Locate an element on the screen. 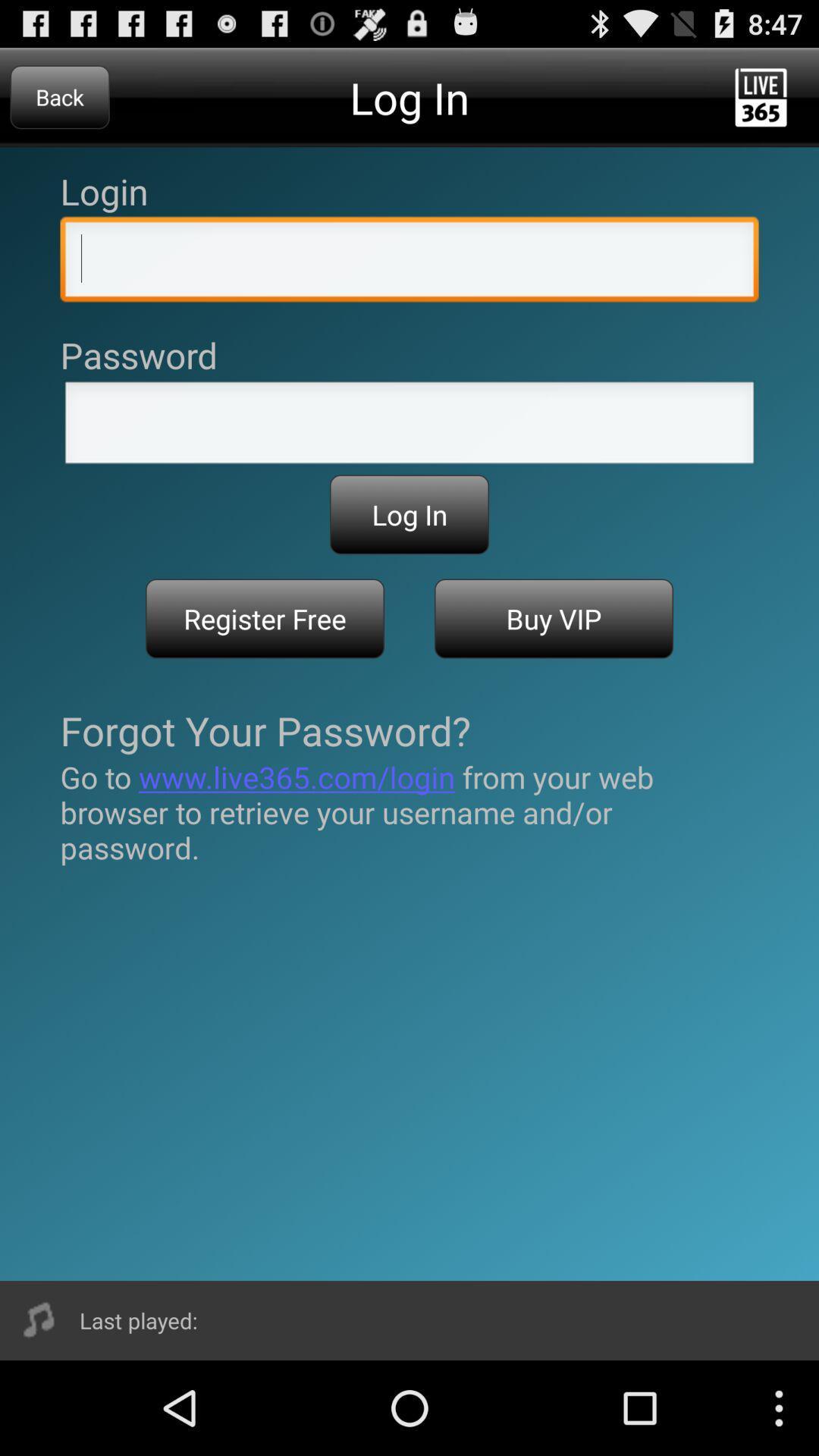 Image resolution: width=819 pixels, height=1456 pixels. item below the forgot your password? item is located at coordinates (409, 811).